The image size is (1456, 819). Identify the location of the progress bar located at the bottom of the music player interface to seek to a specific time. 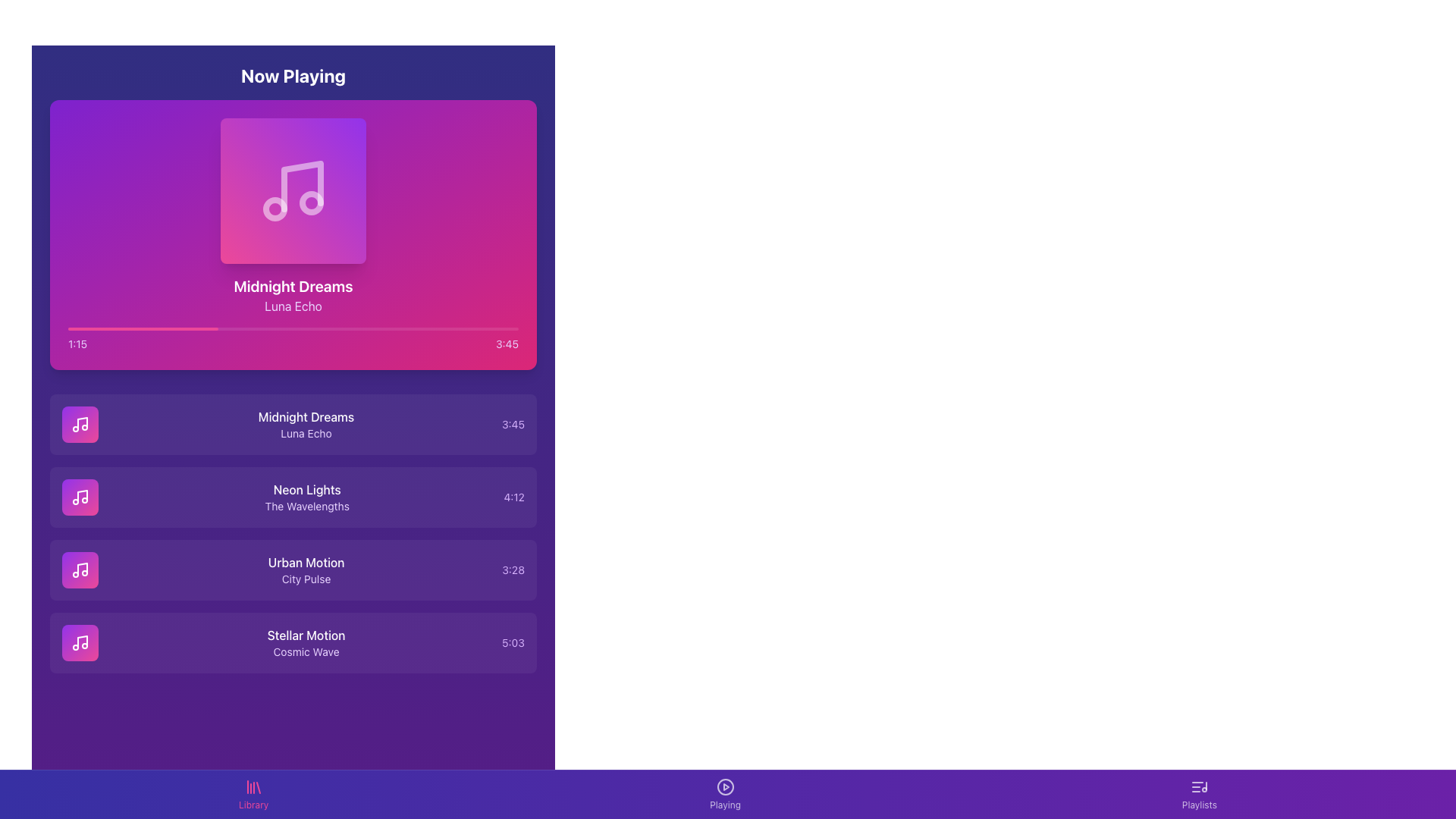
(293, 338).